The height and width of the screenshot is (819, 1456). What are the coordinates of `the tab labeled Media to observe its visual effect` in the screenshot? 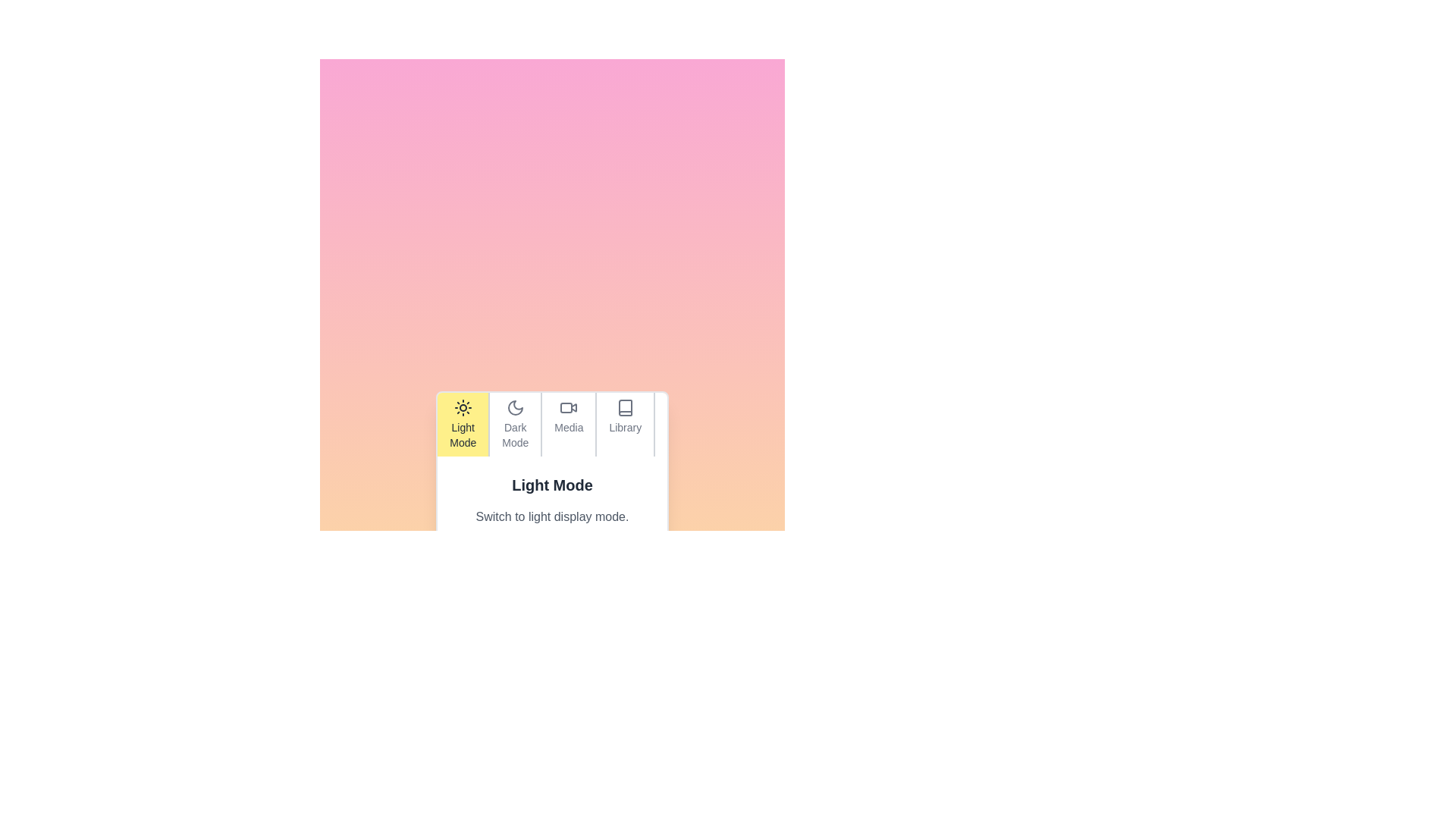 It's located at (566, 424).